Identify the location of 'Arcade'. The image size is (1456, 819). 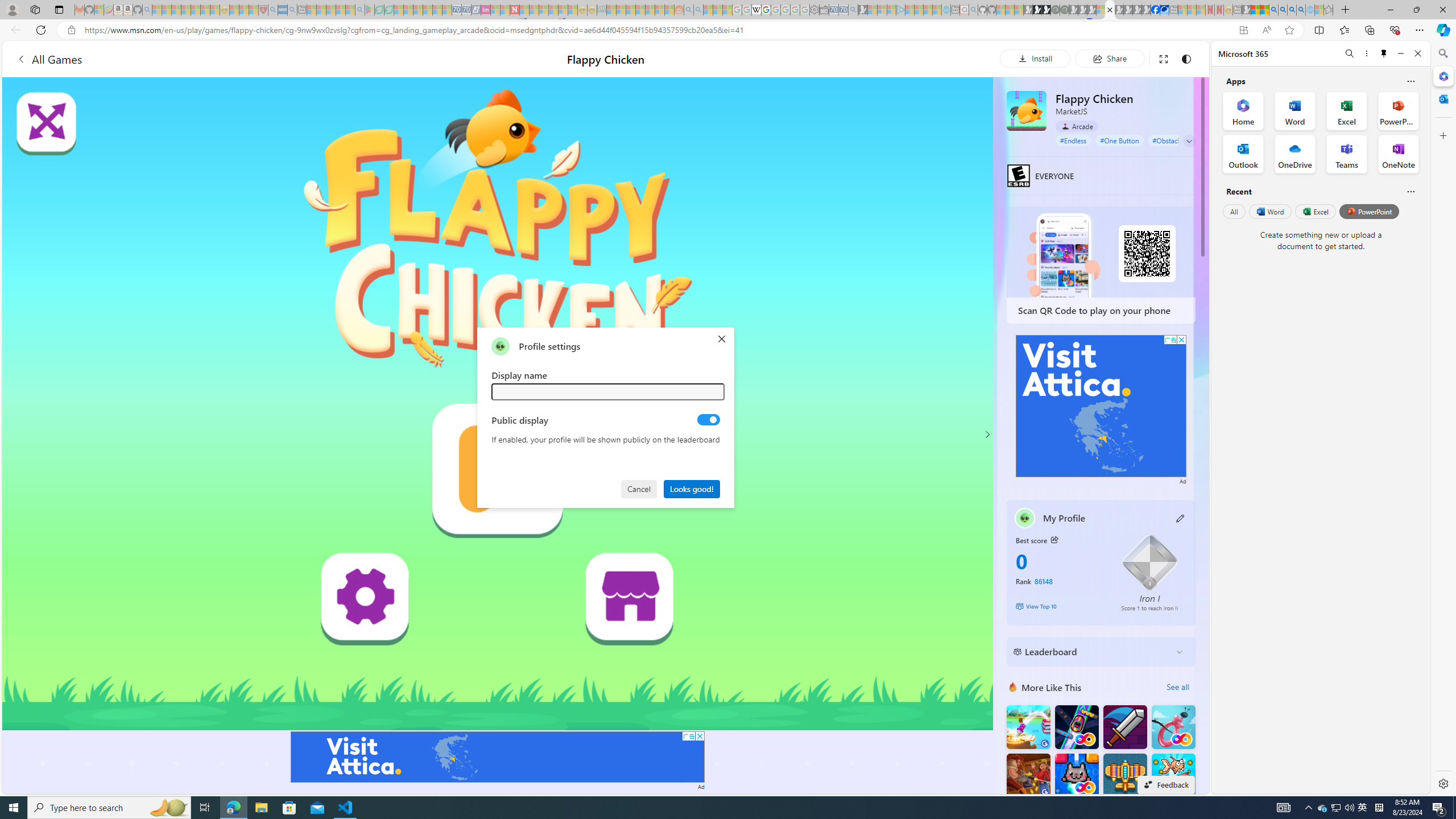
(1076, 126).